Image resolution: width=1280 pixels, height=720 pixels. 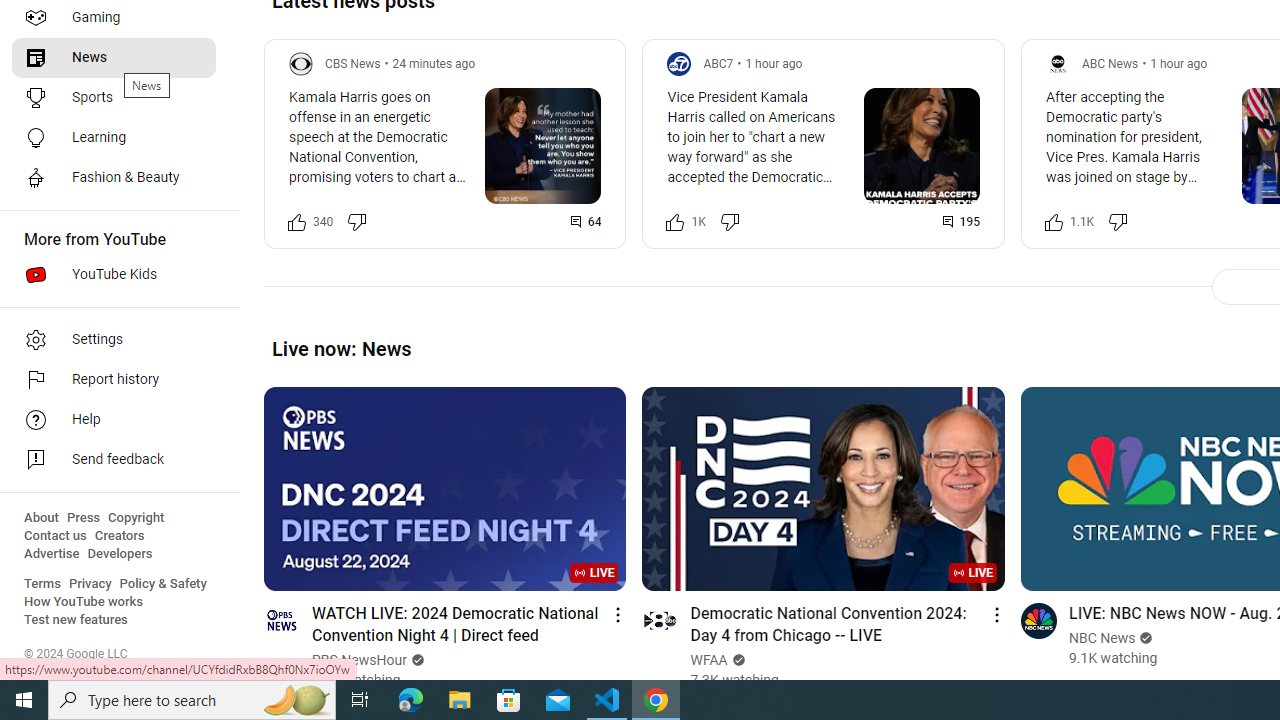 I want to click on 'Like this post along with 1,006 other people', so click(x=675, y=221).